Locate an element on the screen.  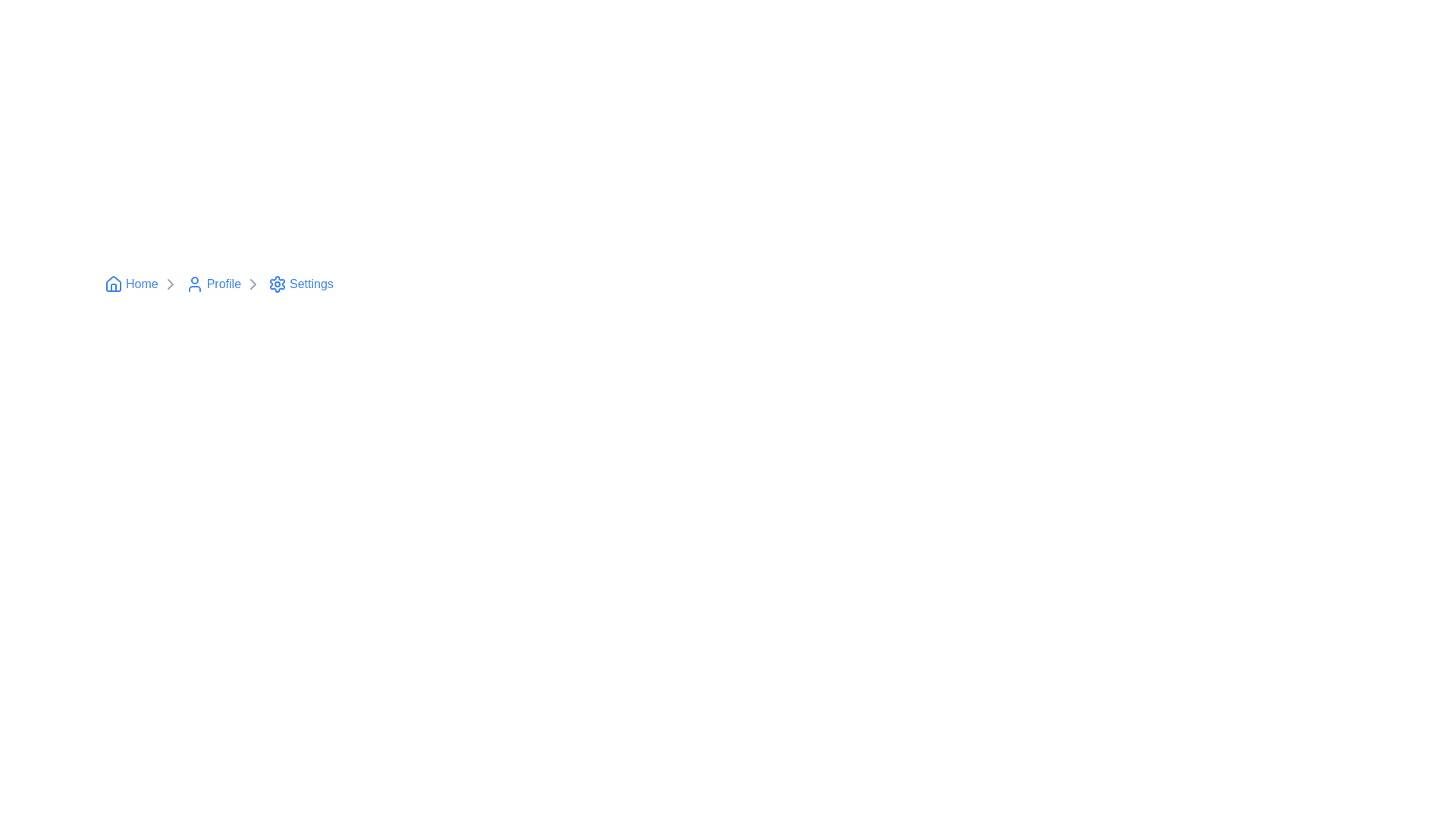
the arrow icon which acts as a visual separator between 'Profile' and 'Settings' in the navigation bar is located at coordinates (253, 284).